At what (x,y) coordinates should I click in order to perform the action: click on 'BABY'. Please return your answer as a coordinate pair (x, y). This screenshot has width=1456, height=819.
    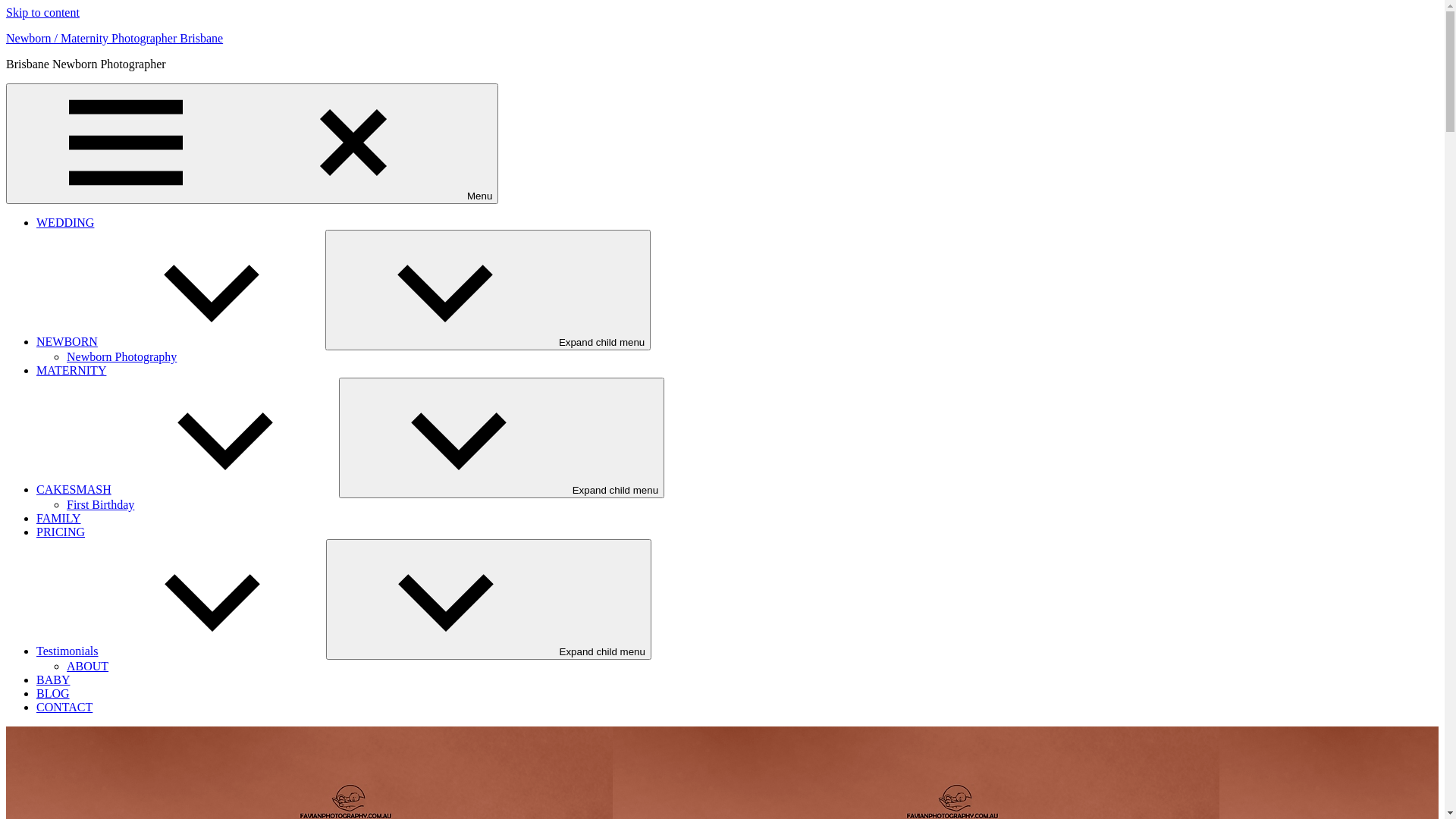
    Looking at the image, I should click on (53, 679).